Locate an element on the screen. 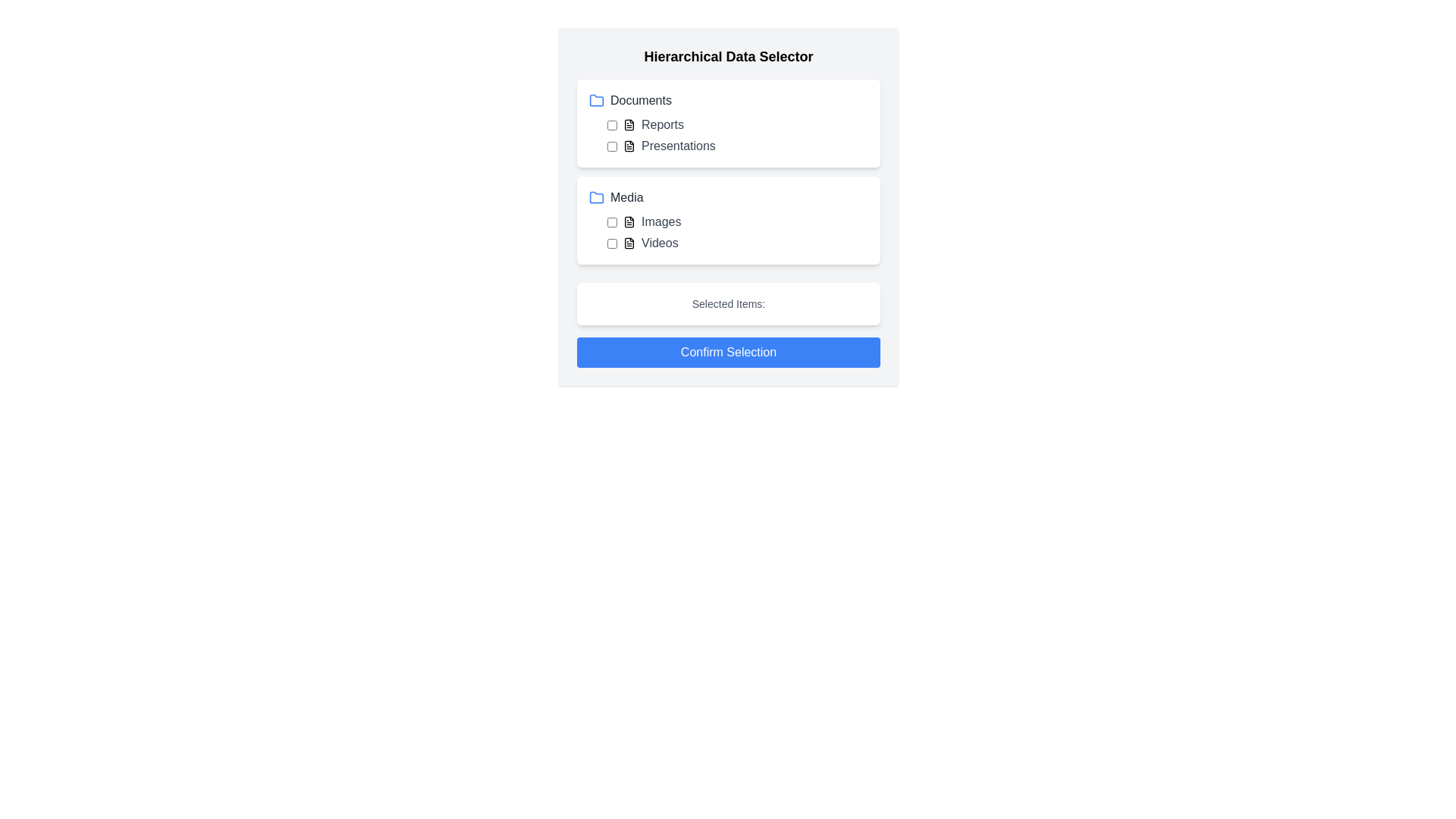 The image size is (1456, 819). the 'Presentations' checkbox located in the 'Documents' section of the 'Hierarchical Data Selector' widget is located at coordinates (612, 146).